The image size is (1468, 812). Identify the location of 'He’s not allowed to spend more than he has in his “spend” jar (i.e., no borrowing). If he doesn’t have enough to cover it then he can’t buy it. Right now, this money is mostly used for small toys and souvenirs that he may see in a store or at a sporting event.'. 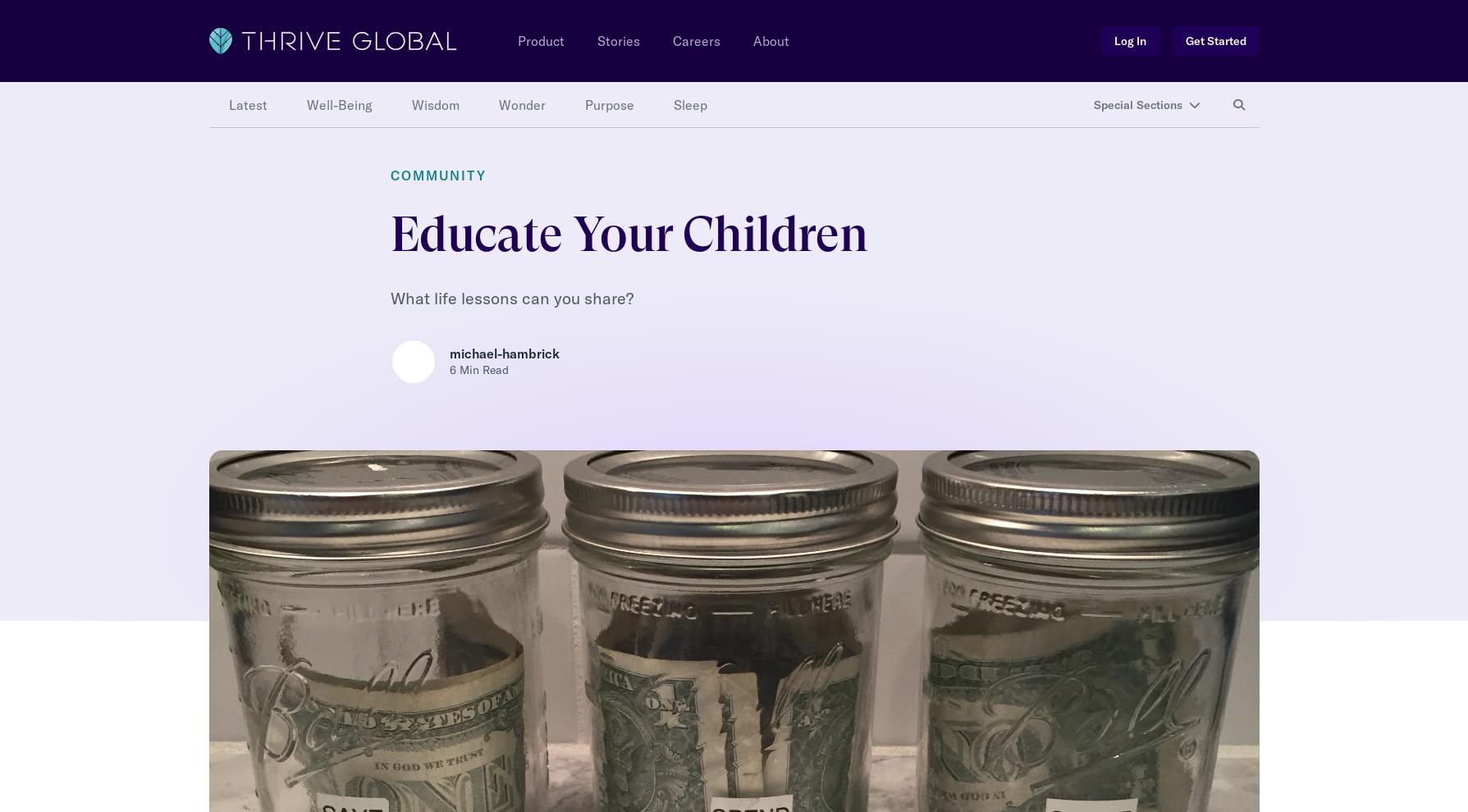
(729, 299).